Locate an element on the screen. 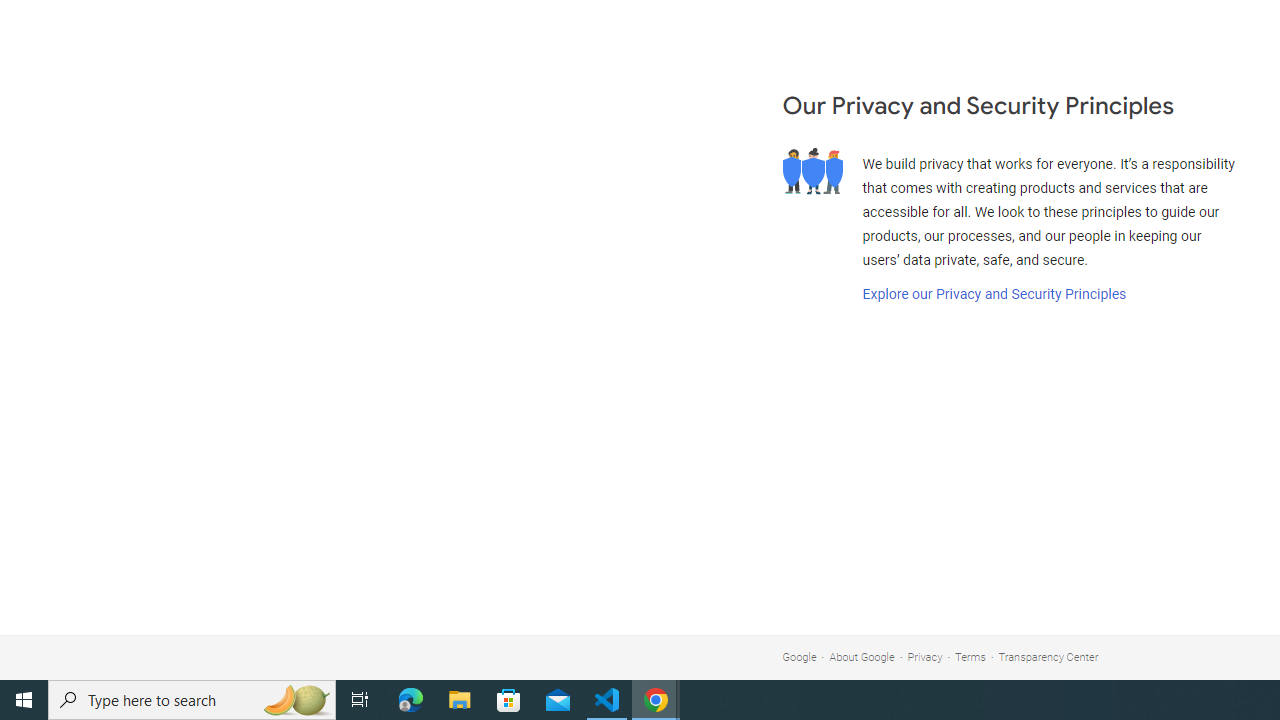 Image resolution: width=1280 pixels, height=720 pixels. 'Privacy' is located at coordinates (924, 657).